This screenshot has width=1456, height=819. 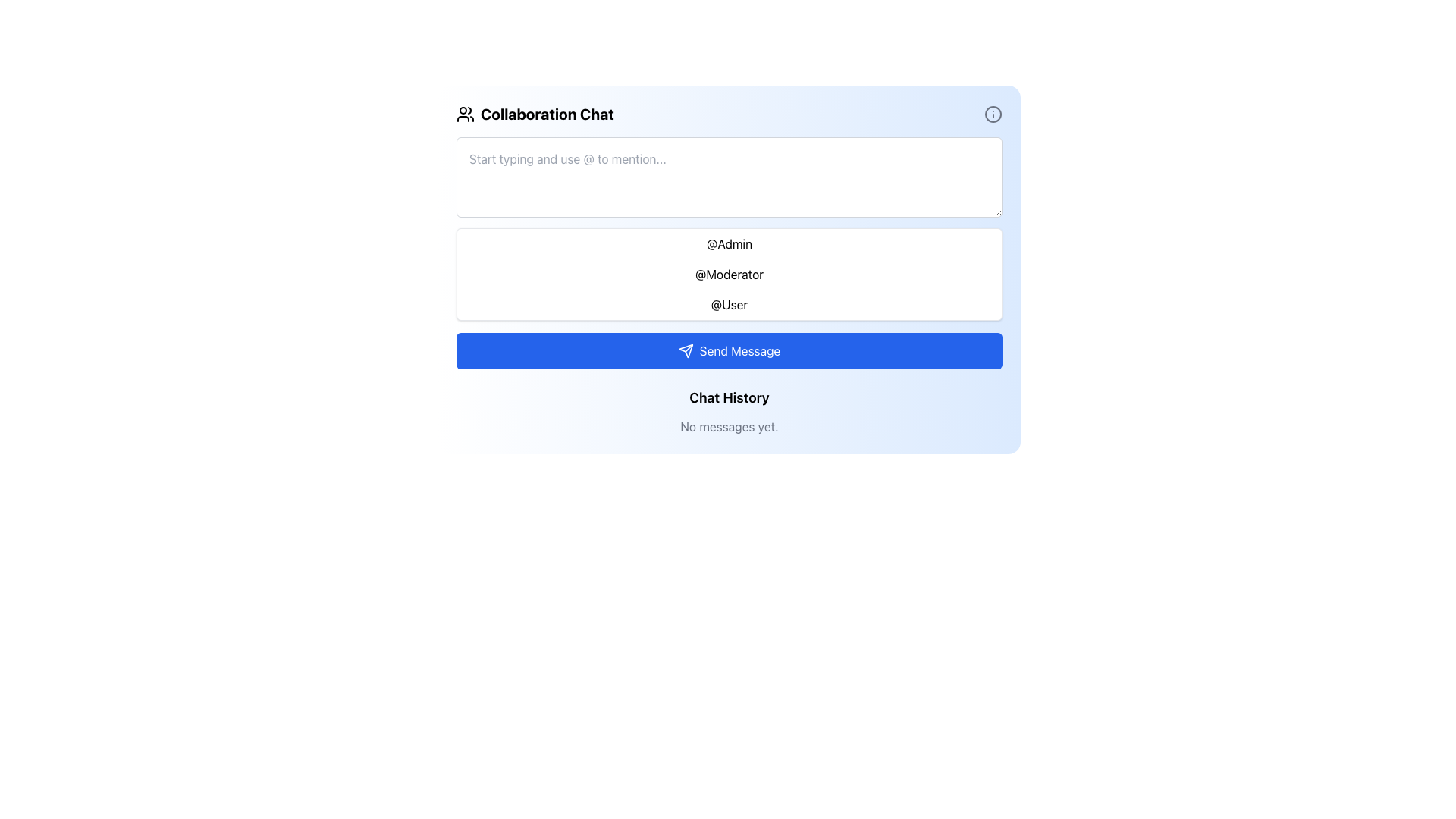 What do you see at coordinates (993, 113) in the screenshot?
I see `the Informational icon located in the top-right corner of the 'Collaboration Chat' header` at bounding box center [993, 113].